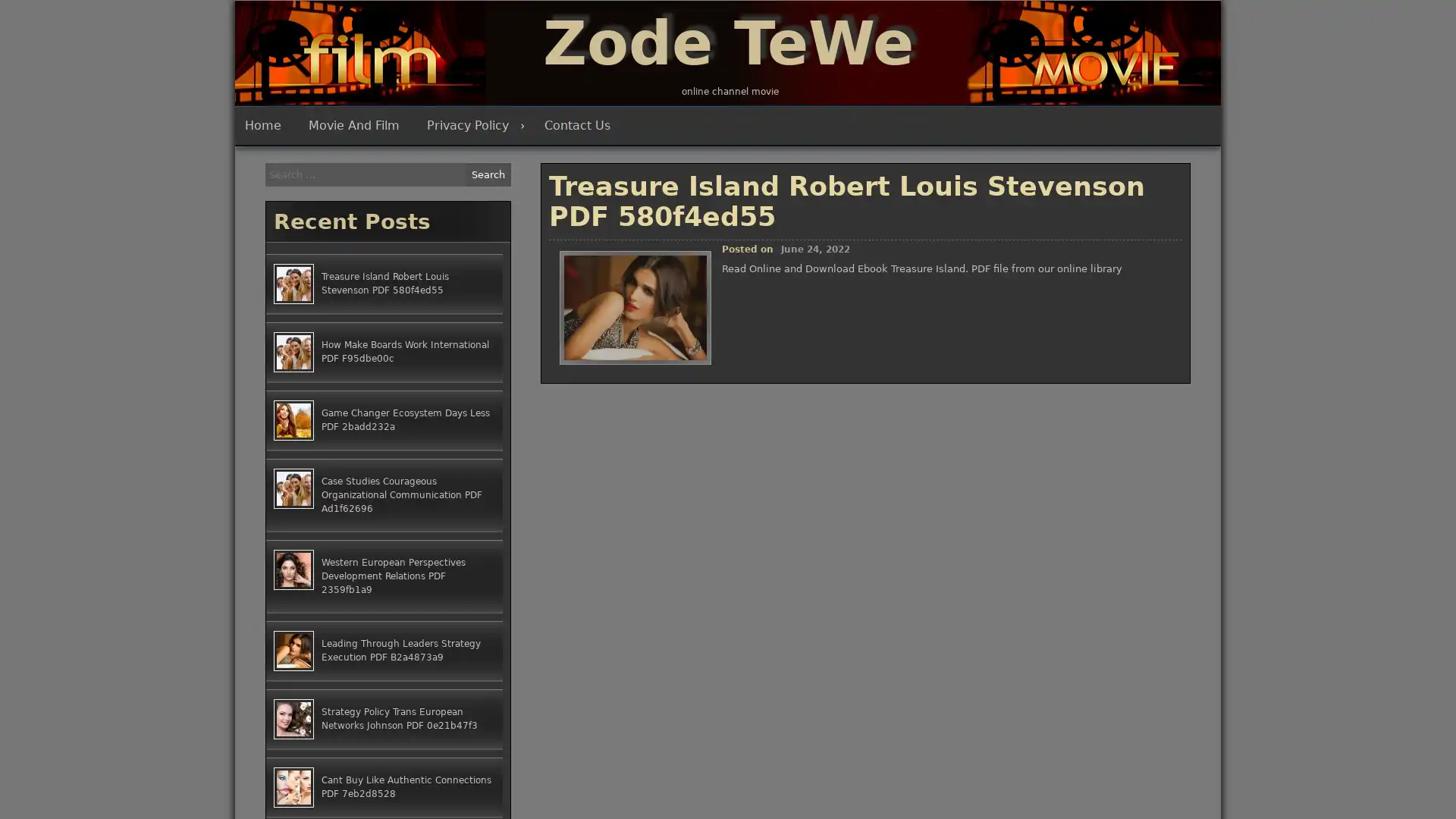 Image resolution: width=1456 pixels, height=819 pixels. I want to click on Search, so click(488, 174).